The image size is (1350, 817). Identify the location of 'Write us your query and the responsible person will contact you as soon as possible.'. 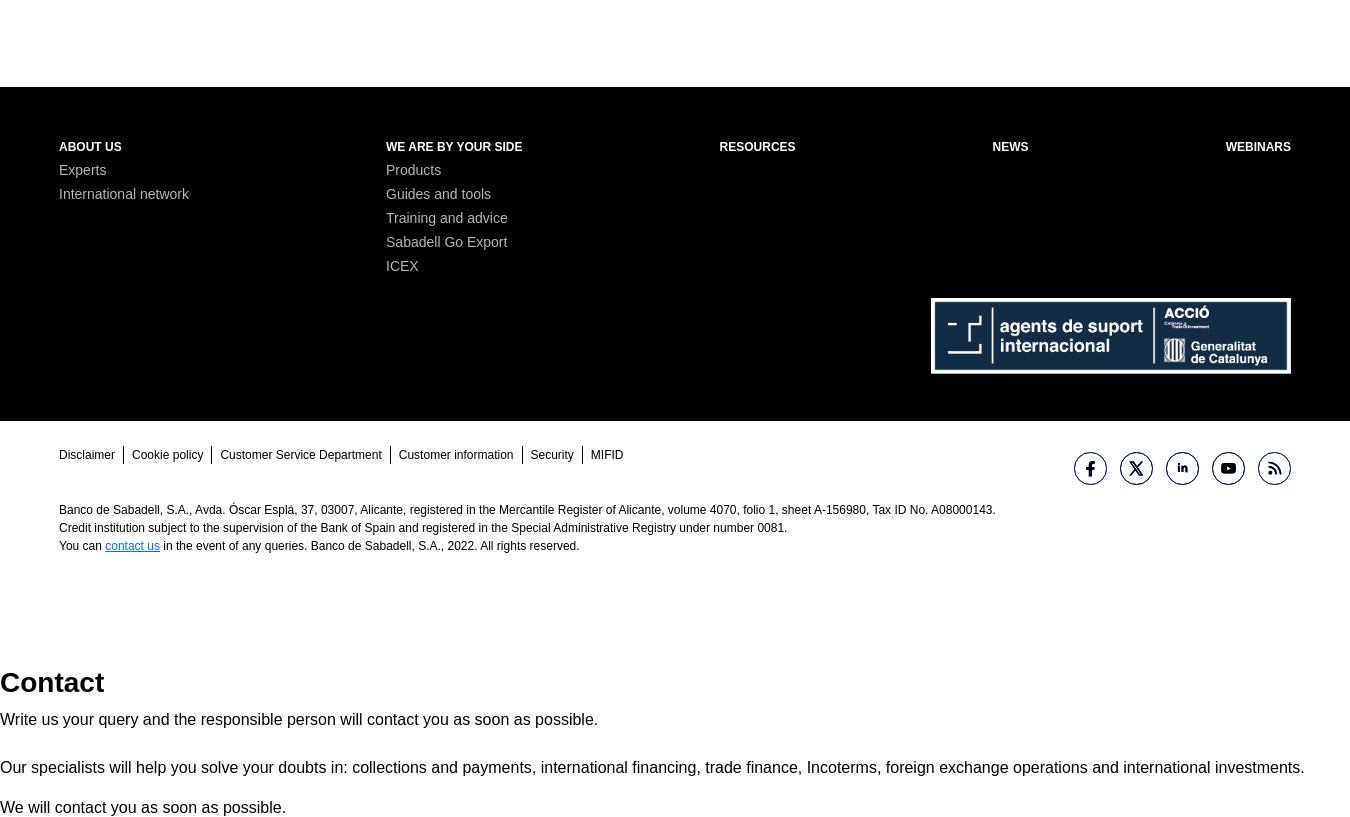
(0, 717).